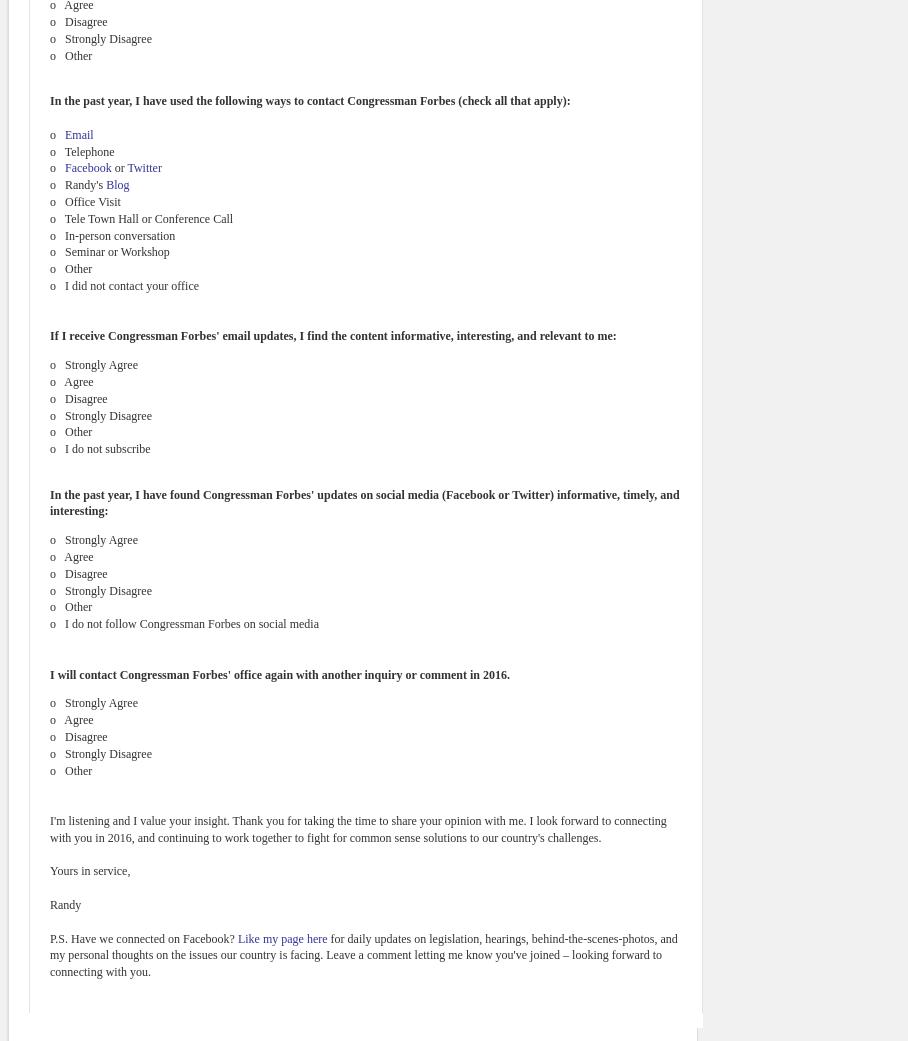 This screenshot has height=1041, width=908. I want to click on 'In the past year, I have used the following ways to contact Congressman Forbes (check all that apply):', so click(308, 99).